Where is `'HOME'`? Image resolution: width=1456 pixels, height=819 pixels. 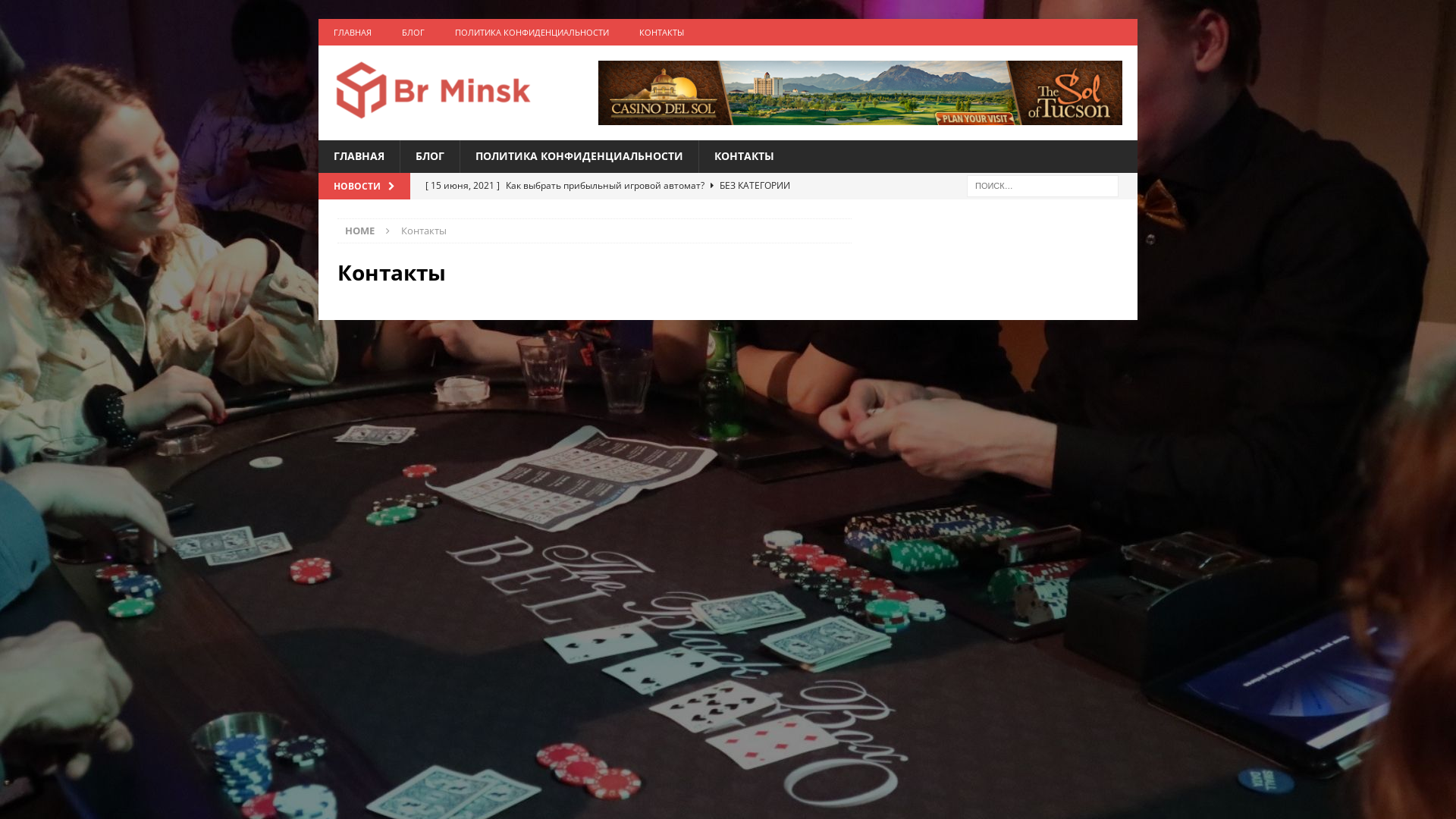 'HOME' is located at coordinates (359, 231).